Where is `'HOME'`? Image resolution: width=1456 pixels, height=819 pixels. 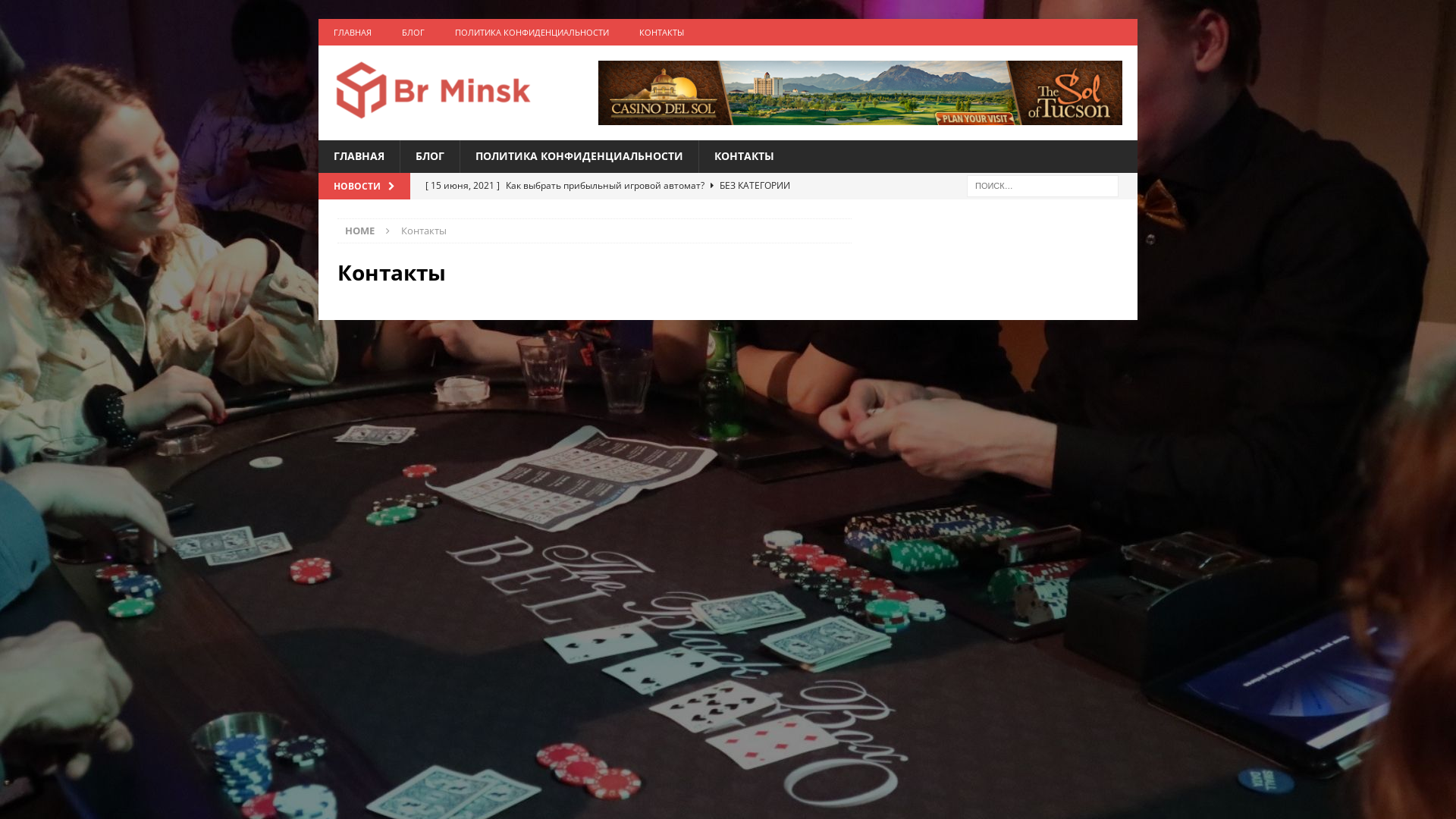 'HOME' is located at coordinates (359, 231).